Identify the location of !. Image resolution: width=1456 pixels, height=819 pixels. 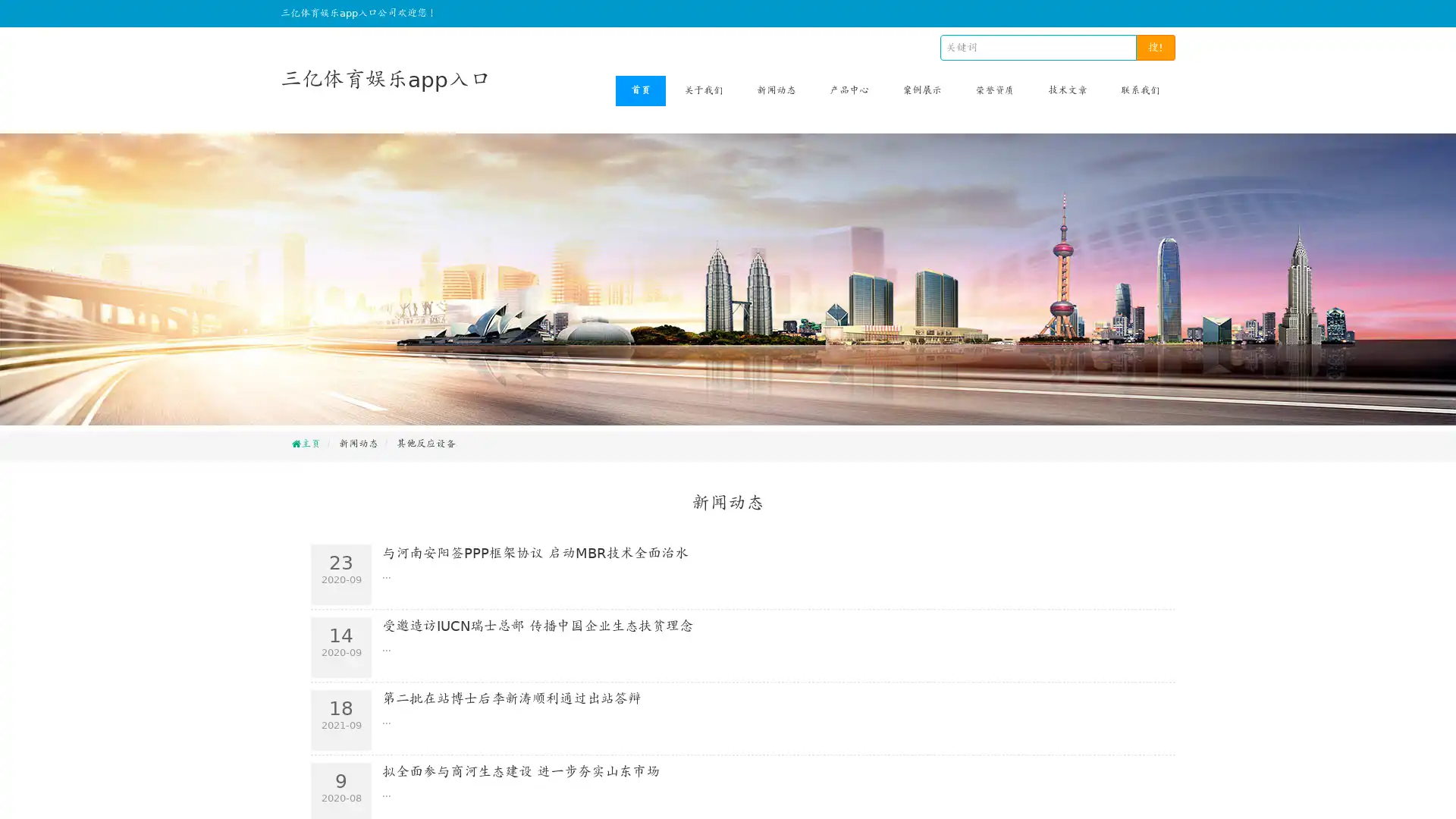
(1155, 46).